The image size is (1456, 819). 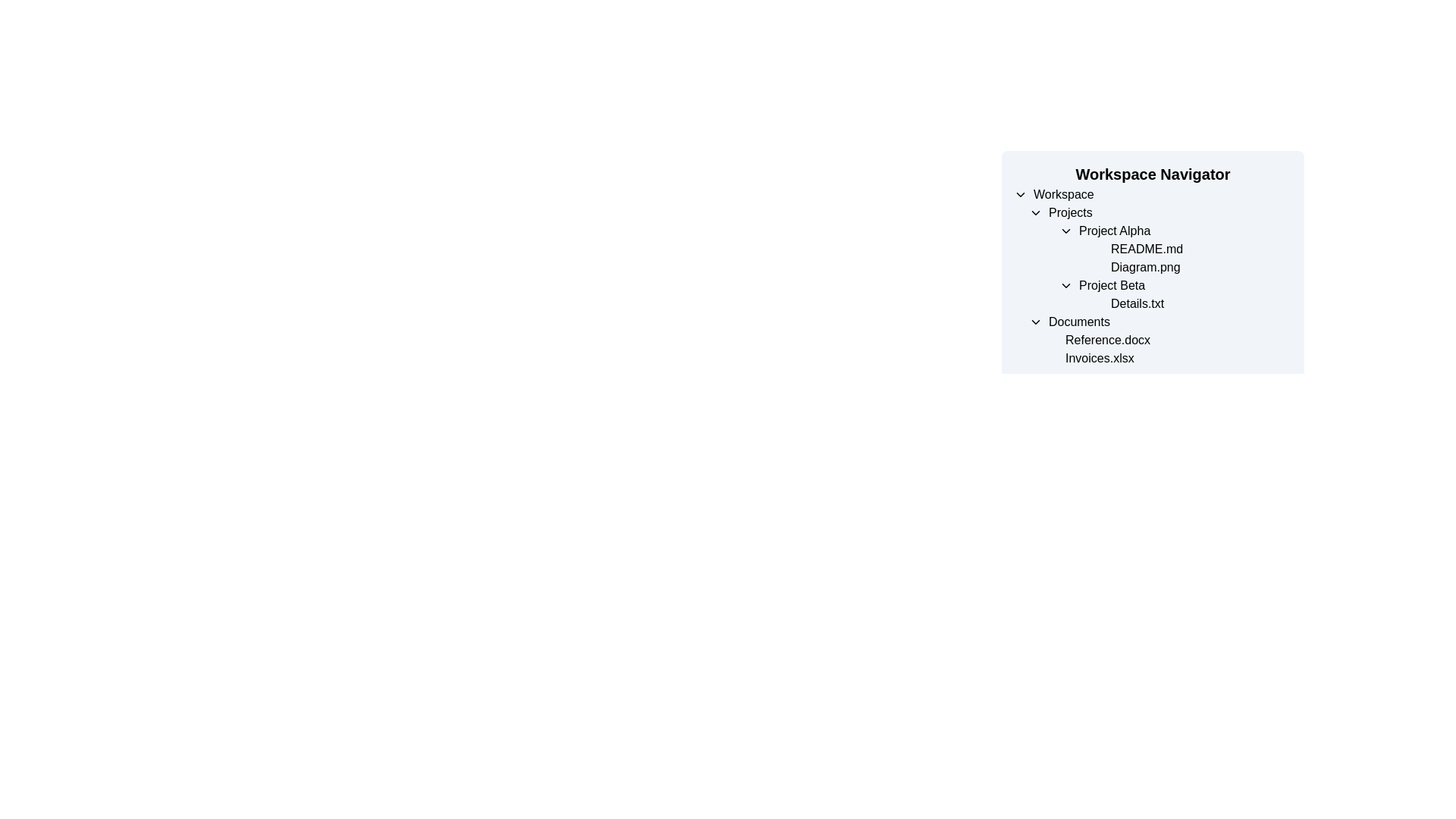 What do you see at coordinates (1078, 321) in the screenshot?
I see `the static label categorizing the 'Documents' section in the Workspace Navigator panel` at bounding box center [1078, 321].